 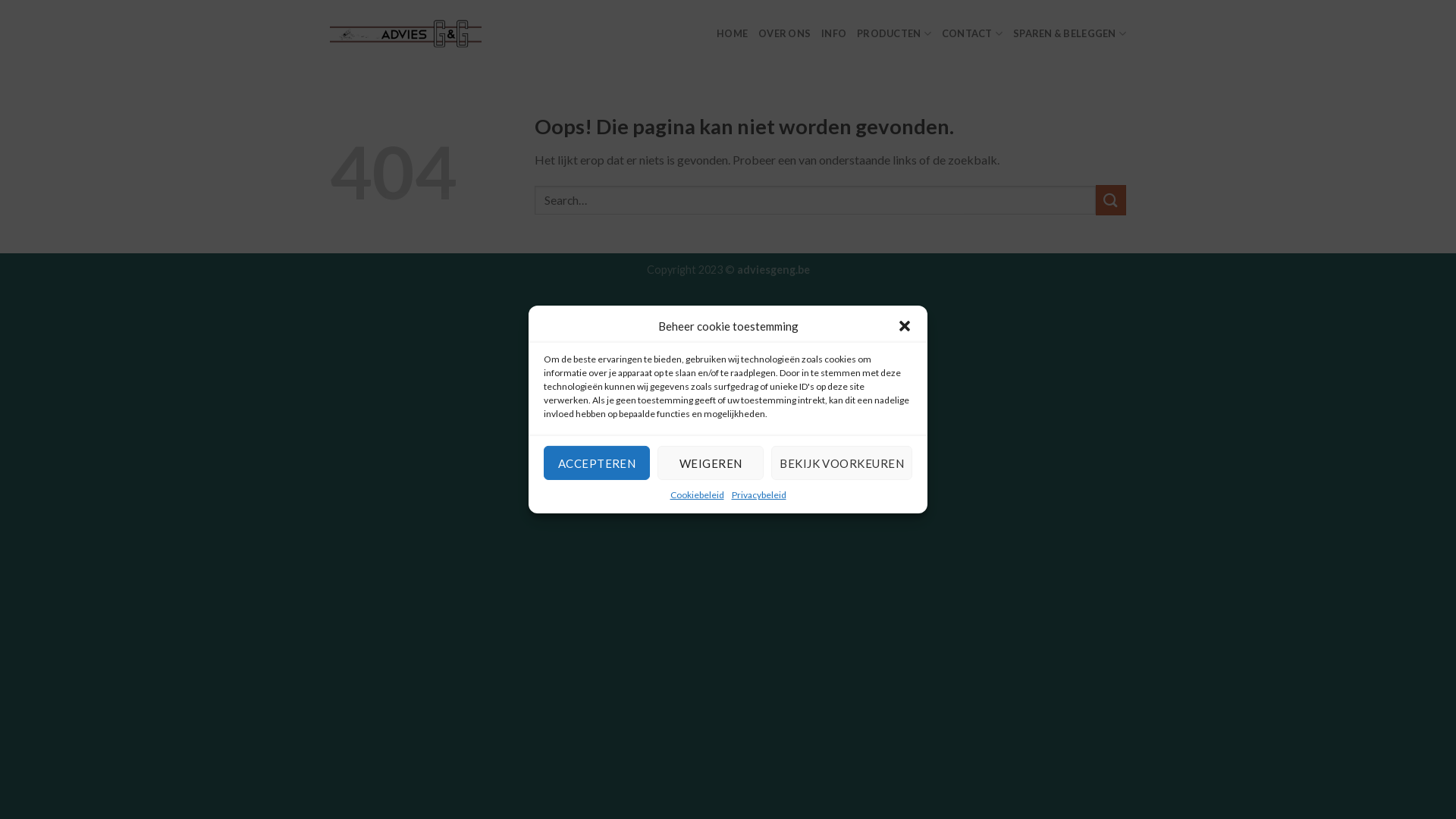 What do you see at coordinates (856, 33) in the screenshot?
I see `'PRODUCTEN'` at bounding box center [856, 33].